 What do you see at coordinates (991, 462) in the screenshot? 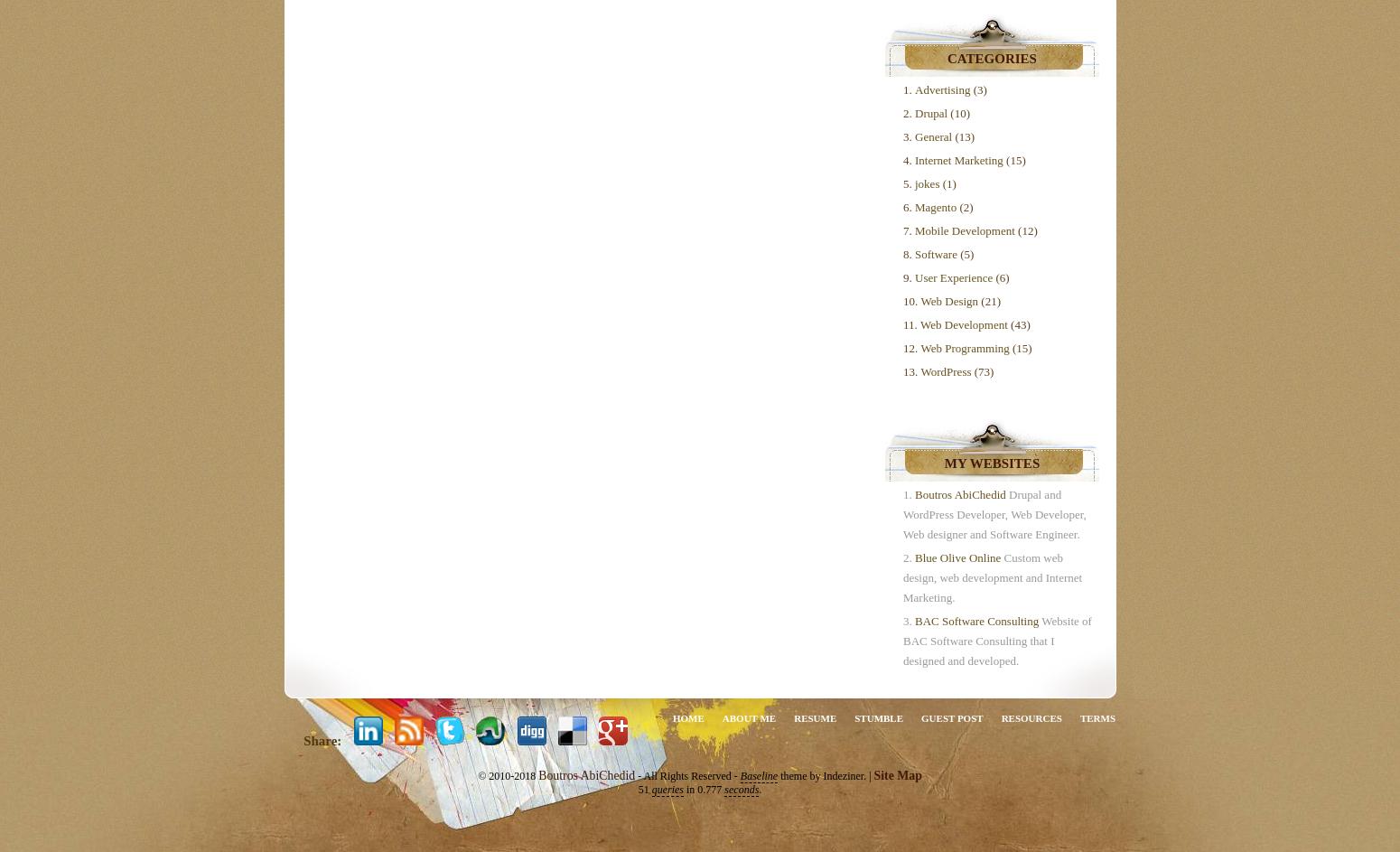
I see `'My Websites'` at bounding box center [991, 462].